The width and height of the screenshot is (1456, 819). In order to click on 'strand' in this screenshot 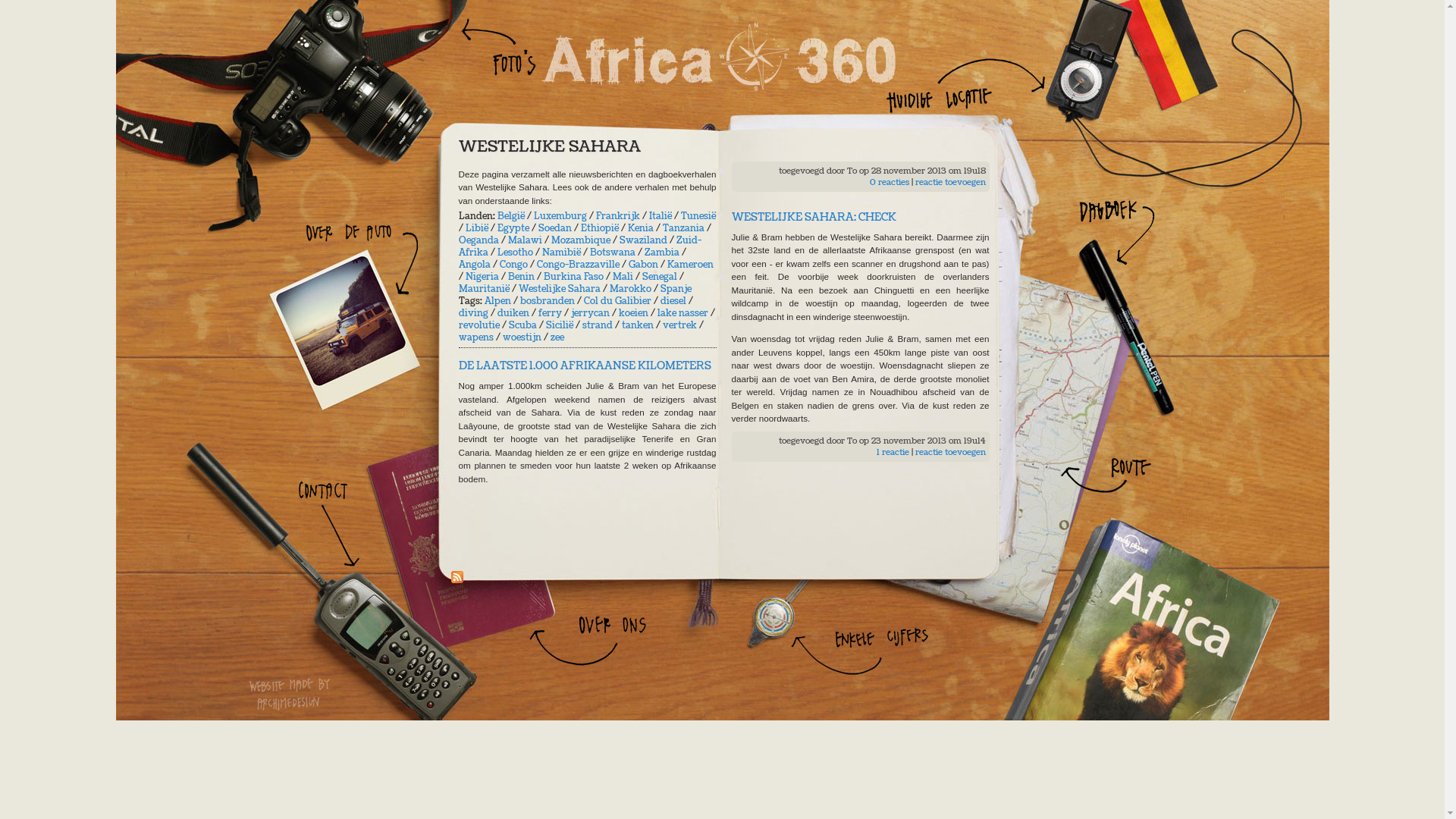, I will do `click(596, 324)`.